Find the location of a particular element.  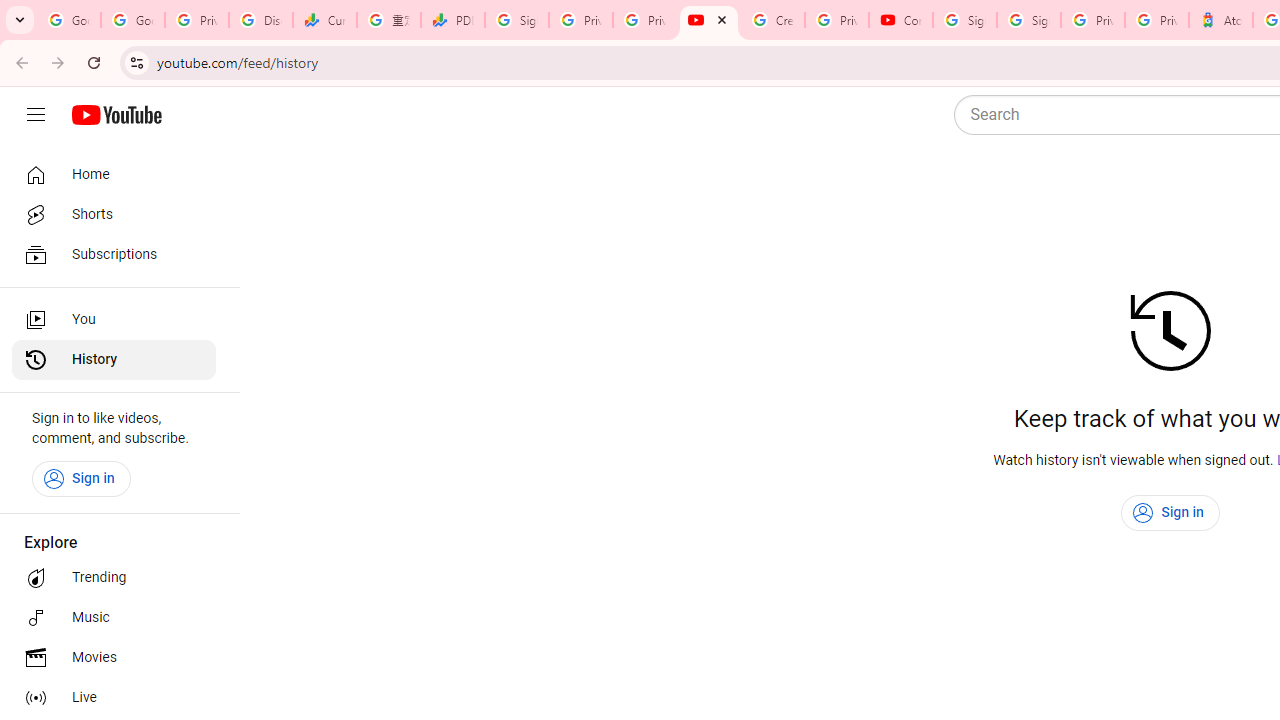

'Google Workspace Admin Community' is located at coordinates (69, 20).